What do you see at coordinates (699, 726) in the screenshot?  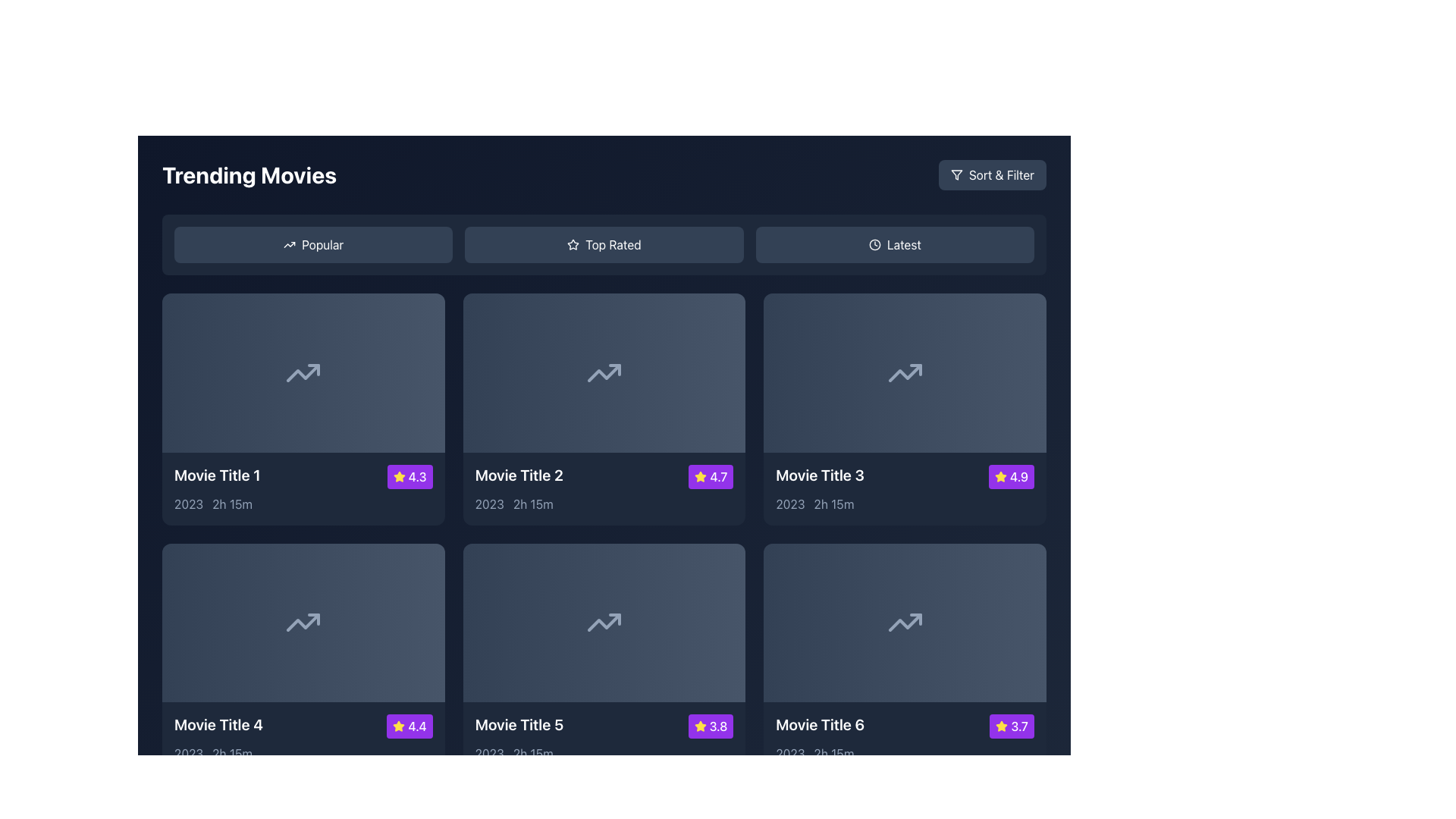 I see `the rating indicator icon located next to the text '3.8' within the purple background, representing the rating for 'Movie Title 5'` at bounding box center [699, 726].